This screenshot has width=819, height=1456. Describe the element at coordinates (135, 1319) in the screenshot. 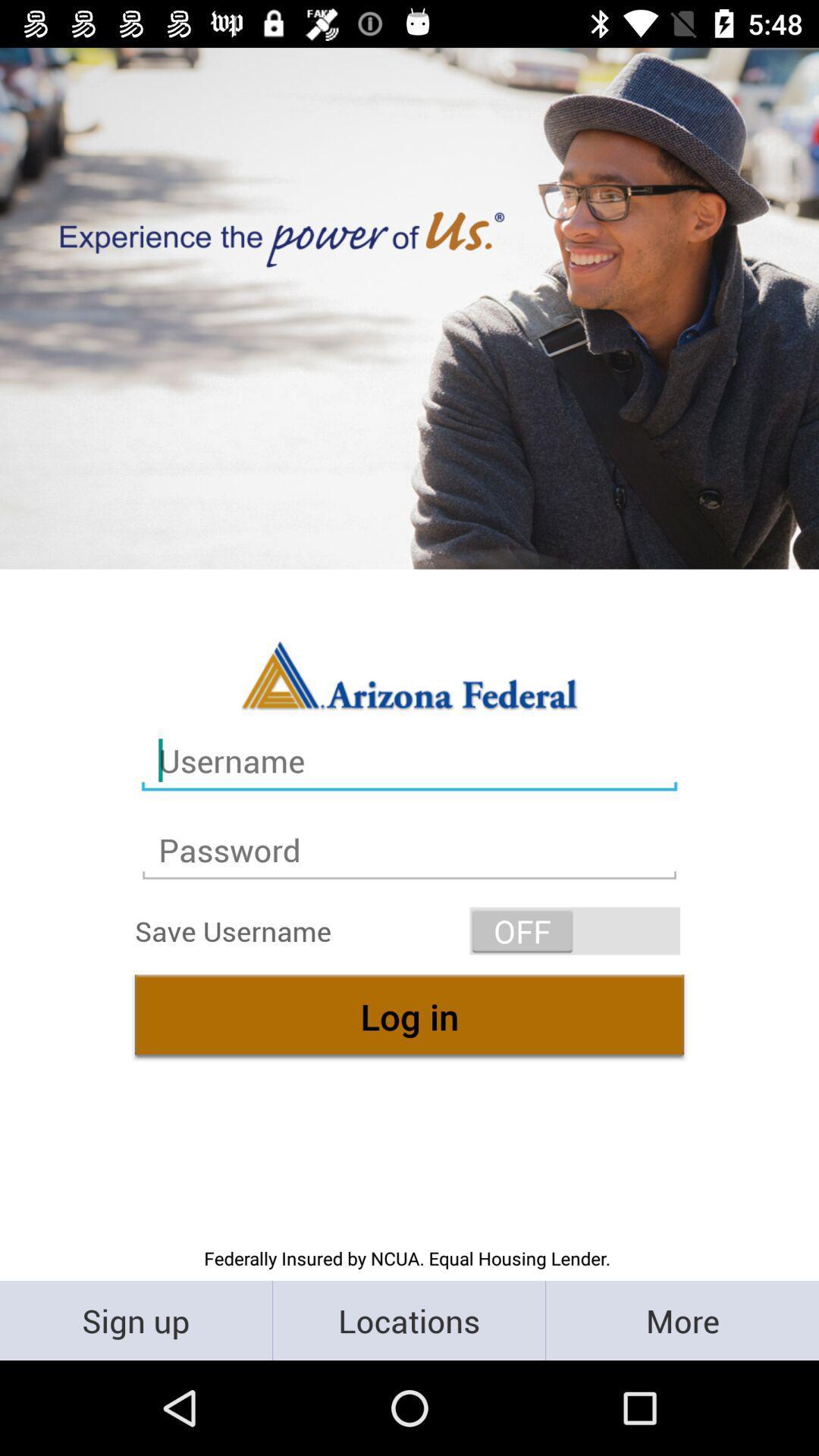

I see `the icon below federally insured by item` at that location.